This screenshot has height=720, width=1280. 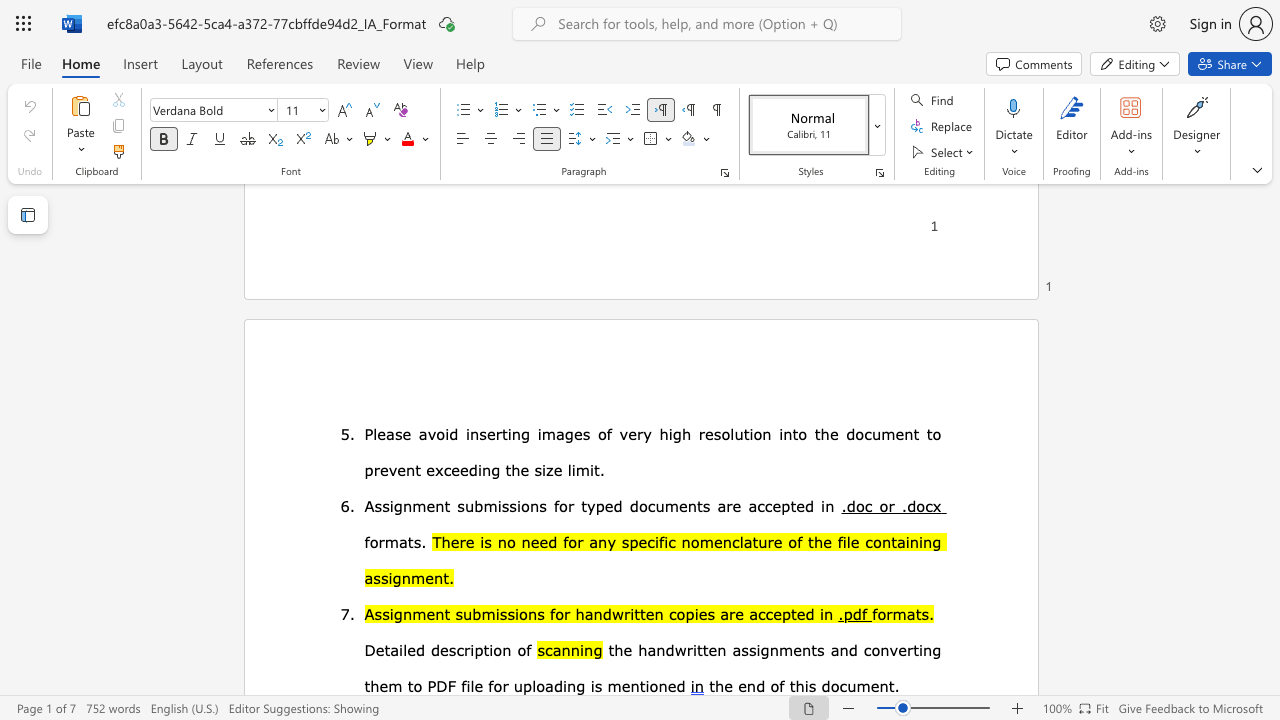 What do you see at coordinates (737, 685) in the screenshot?
I see `the subset text "end of th" within the text "the end of this document."` at bounding box center [737, 685].